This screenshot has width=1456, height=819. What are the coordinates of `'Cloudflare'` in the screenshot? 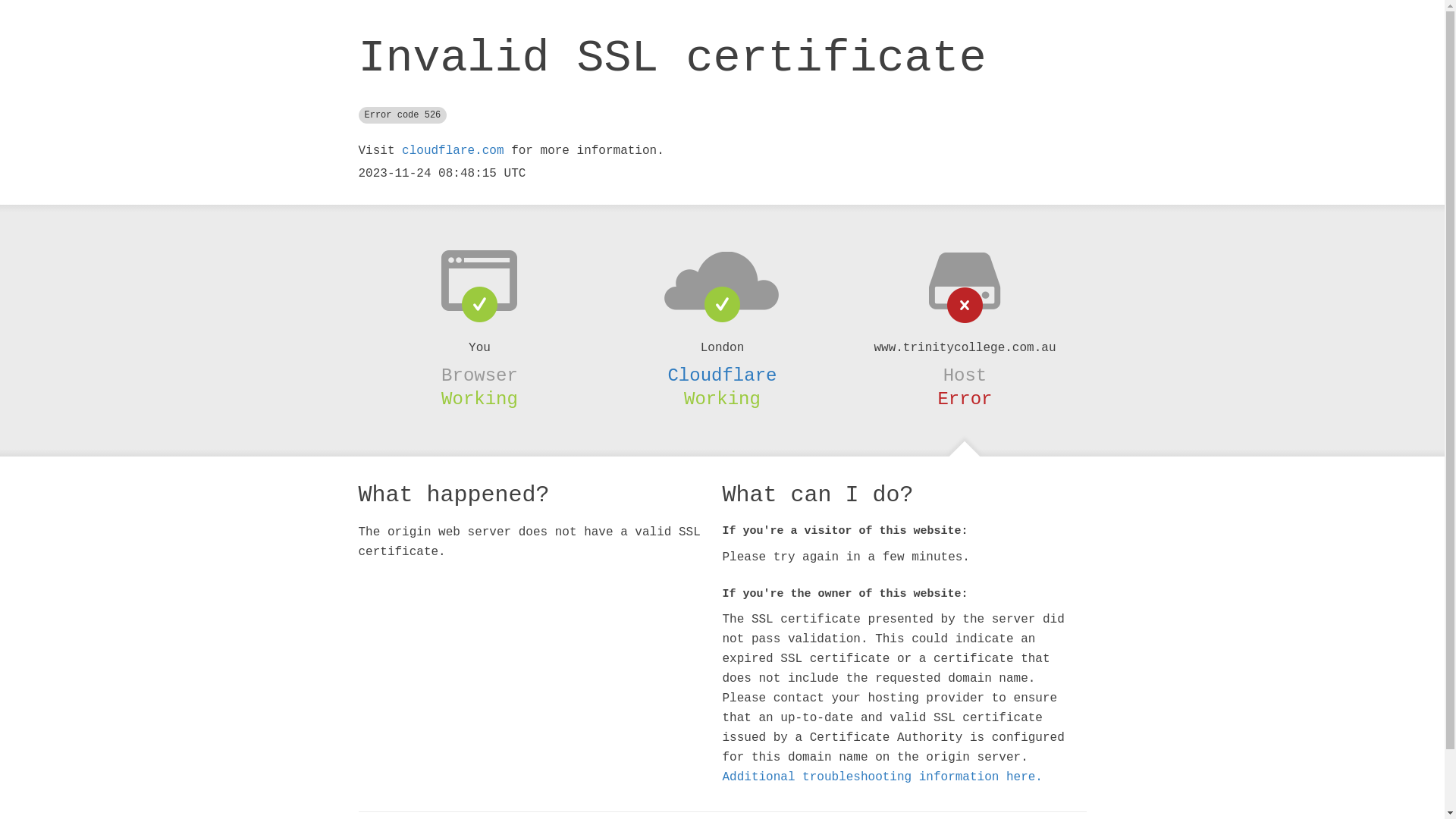 It's located at (720, 375).